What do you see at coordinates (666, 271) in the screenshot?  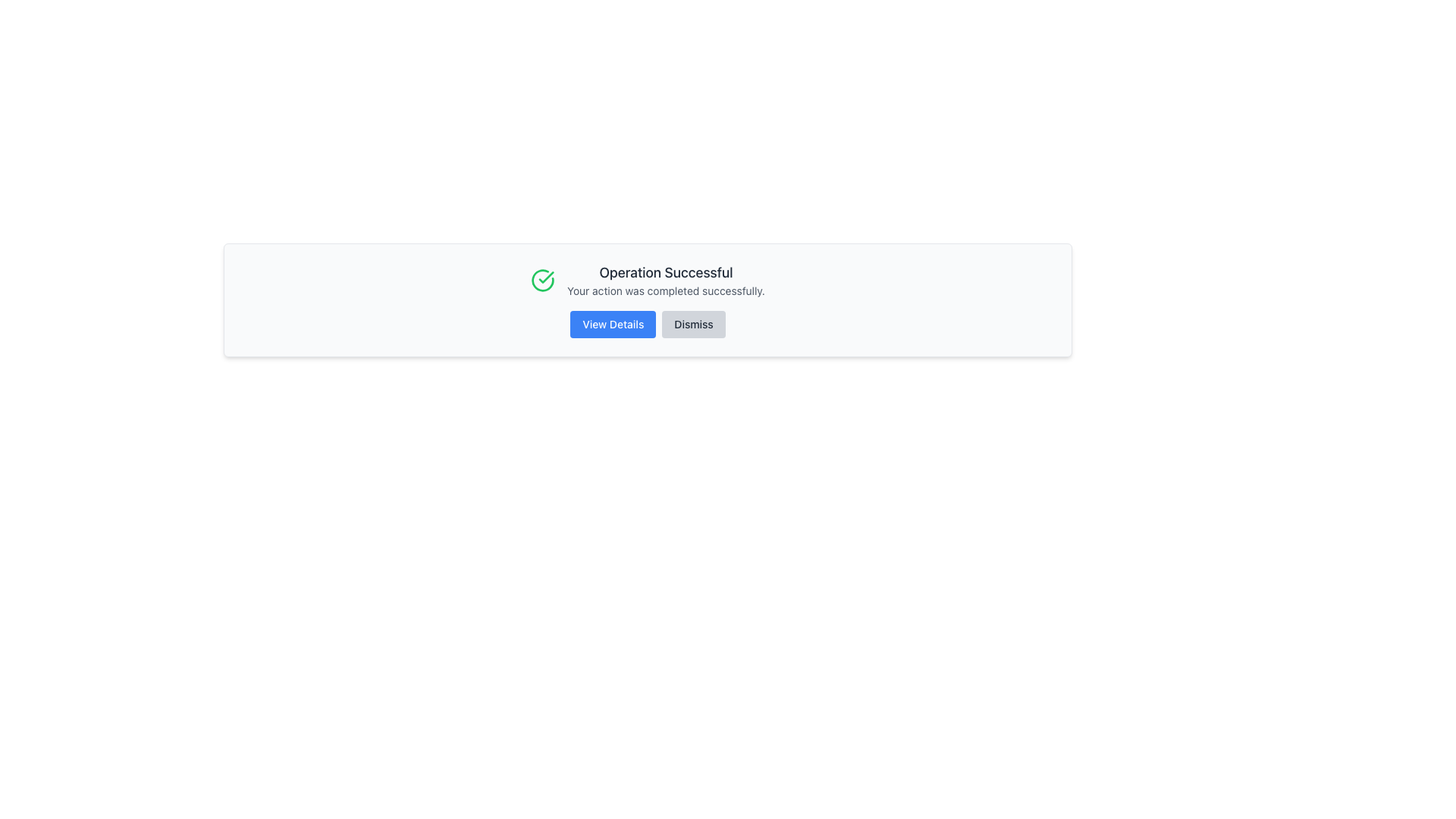 I see `the Static Text Label indicating successful completion of an operation, which is positioned above the text 'Your action was completed successfully.'` at bounding box center [666, 271].